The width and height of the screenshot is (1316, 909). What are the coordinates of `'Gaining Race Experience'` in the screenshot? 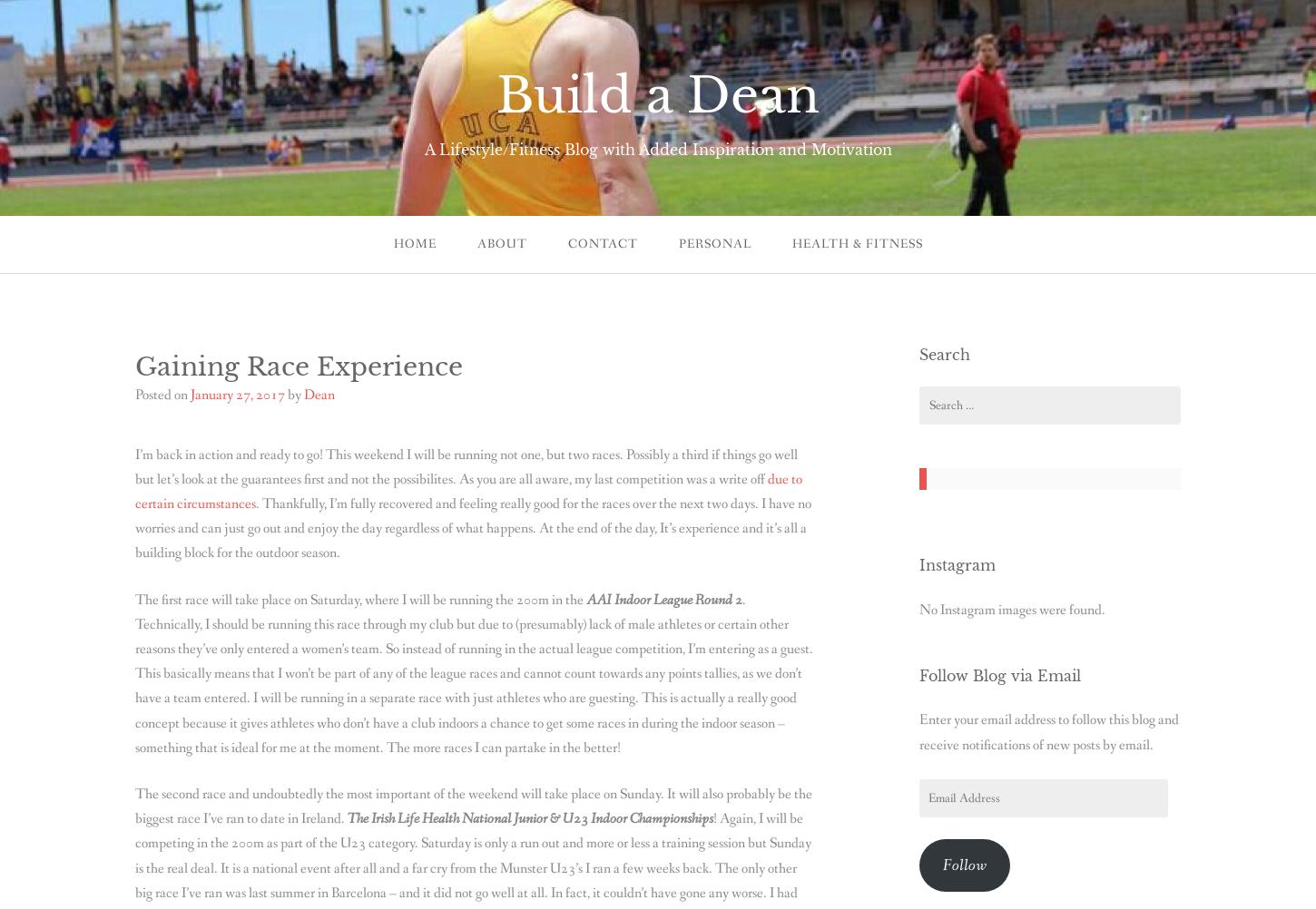 It's located at (299, 366).